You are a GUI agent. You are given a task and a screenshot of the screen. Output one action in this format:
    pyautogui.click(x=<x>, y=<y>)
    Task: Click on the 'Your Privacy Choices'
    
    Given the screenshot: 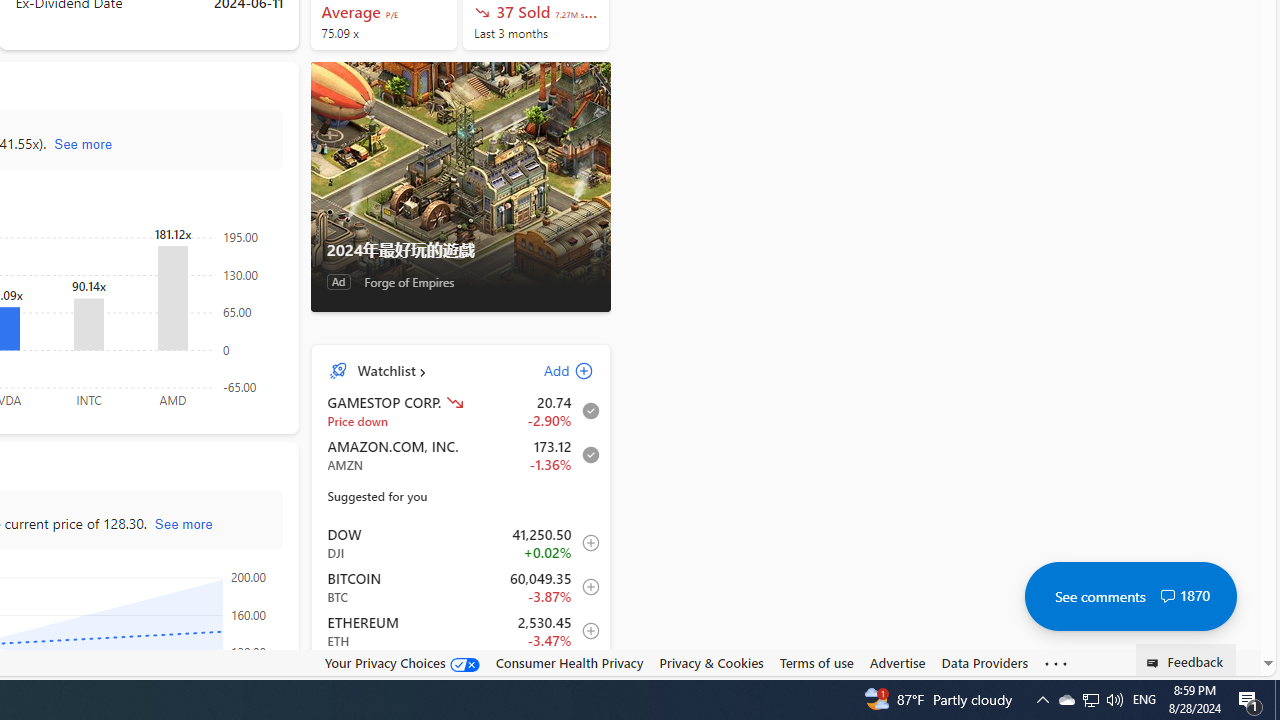 What is the action you would take?
    pyautogui.click(x=400, y=663)
    